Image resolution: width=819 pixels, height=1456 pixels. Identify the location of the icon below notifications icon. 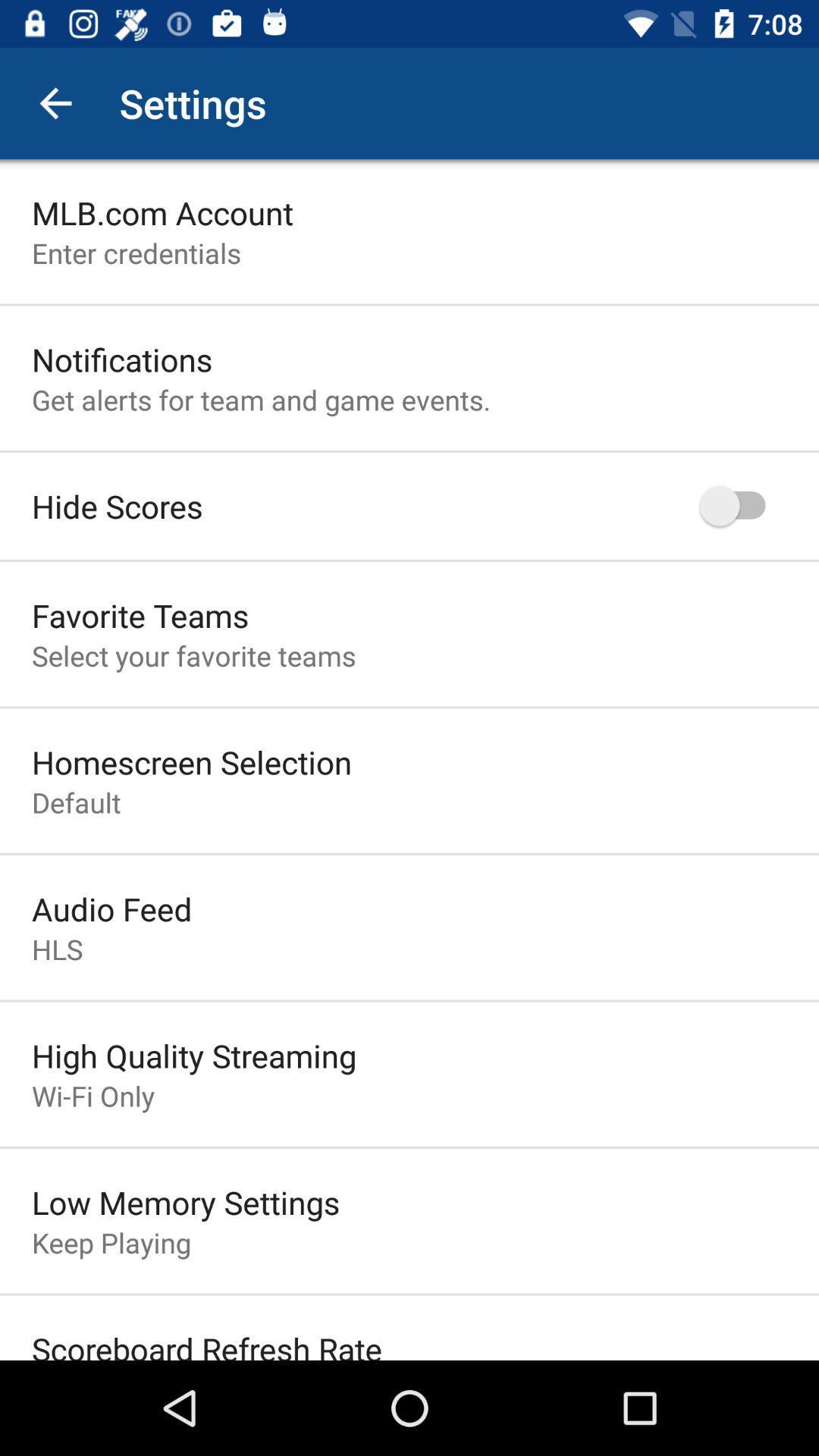
(260, 400).